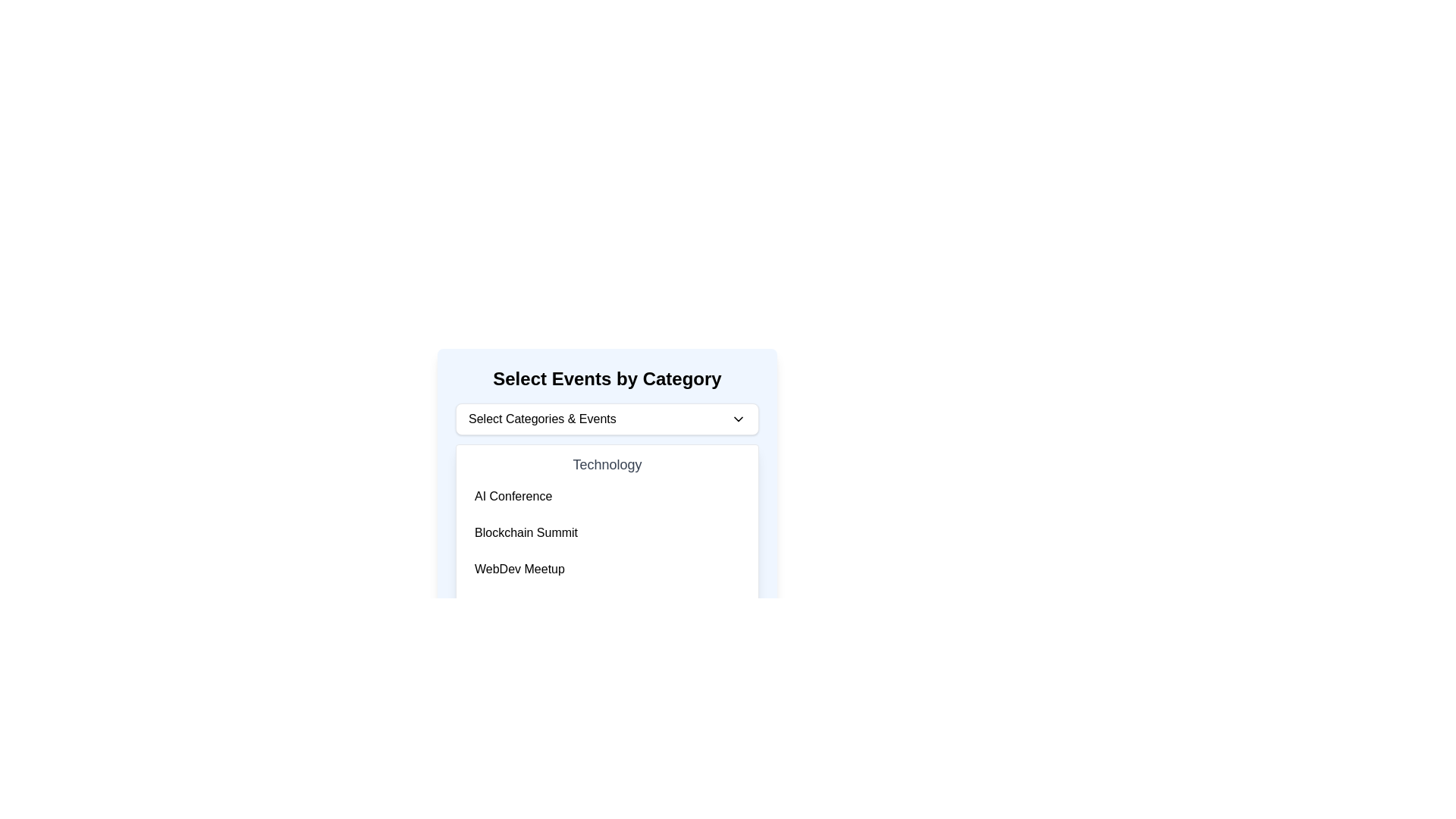 This screenshot has height=819, width=1456. Describe the element at coordinates (526, 532) in the screenshot. I see `the 'Blockchain Summit' label, which is the second item under 'Technology' in the list` at that location.